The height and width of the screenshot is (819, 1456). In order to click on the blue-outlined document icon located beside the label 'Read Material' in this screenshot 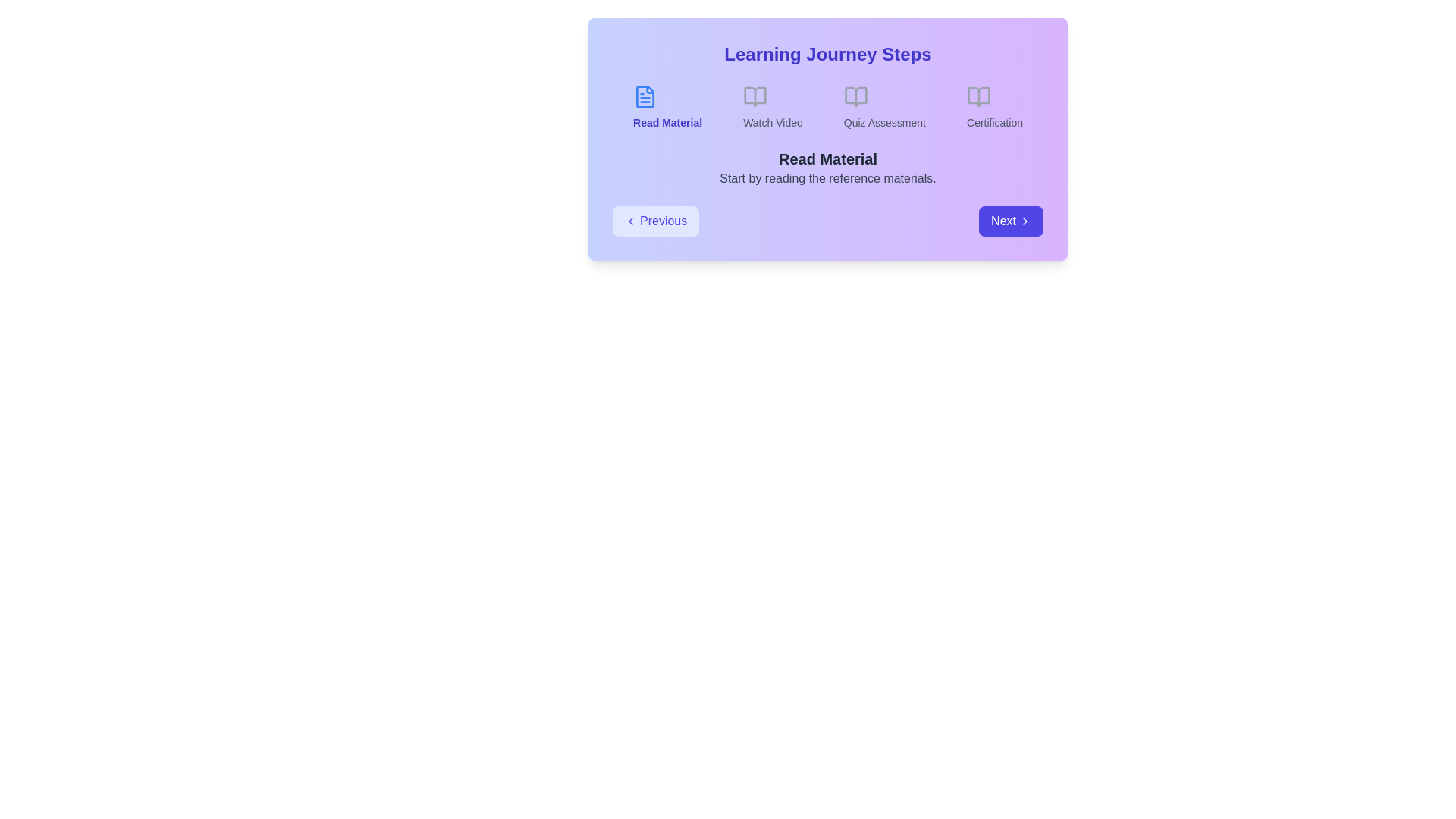, I will do `click(645, 96)`.